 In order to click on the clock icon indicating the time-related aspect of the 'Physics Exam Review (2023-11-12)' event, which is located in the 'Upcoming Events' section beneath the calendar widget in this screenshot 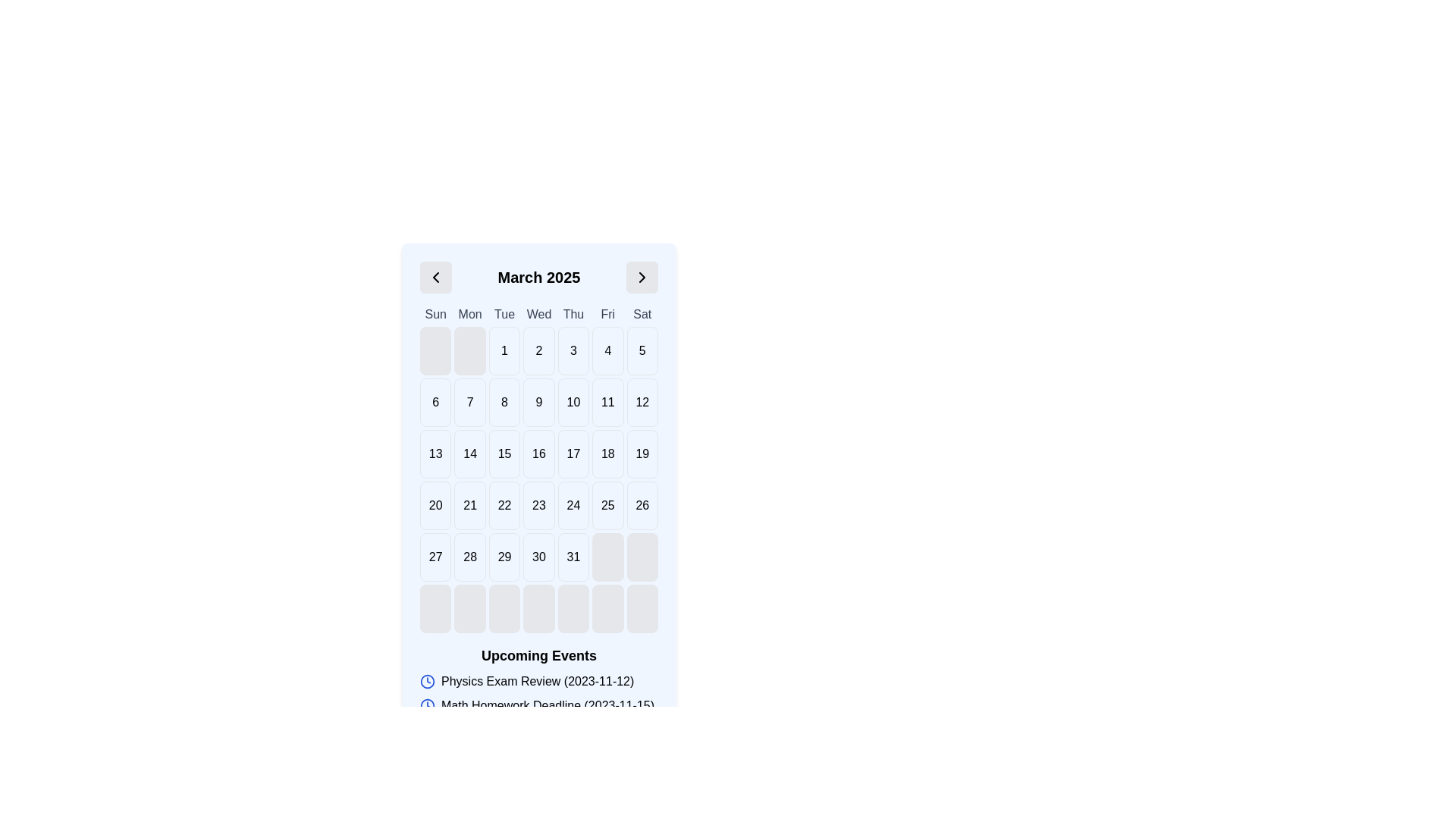, I will do `click(427, 680)`.